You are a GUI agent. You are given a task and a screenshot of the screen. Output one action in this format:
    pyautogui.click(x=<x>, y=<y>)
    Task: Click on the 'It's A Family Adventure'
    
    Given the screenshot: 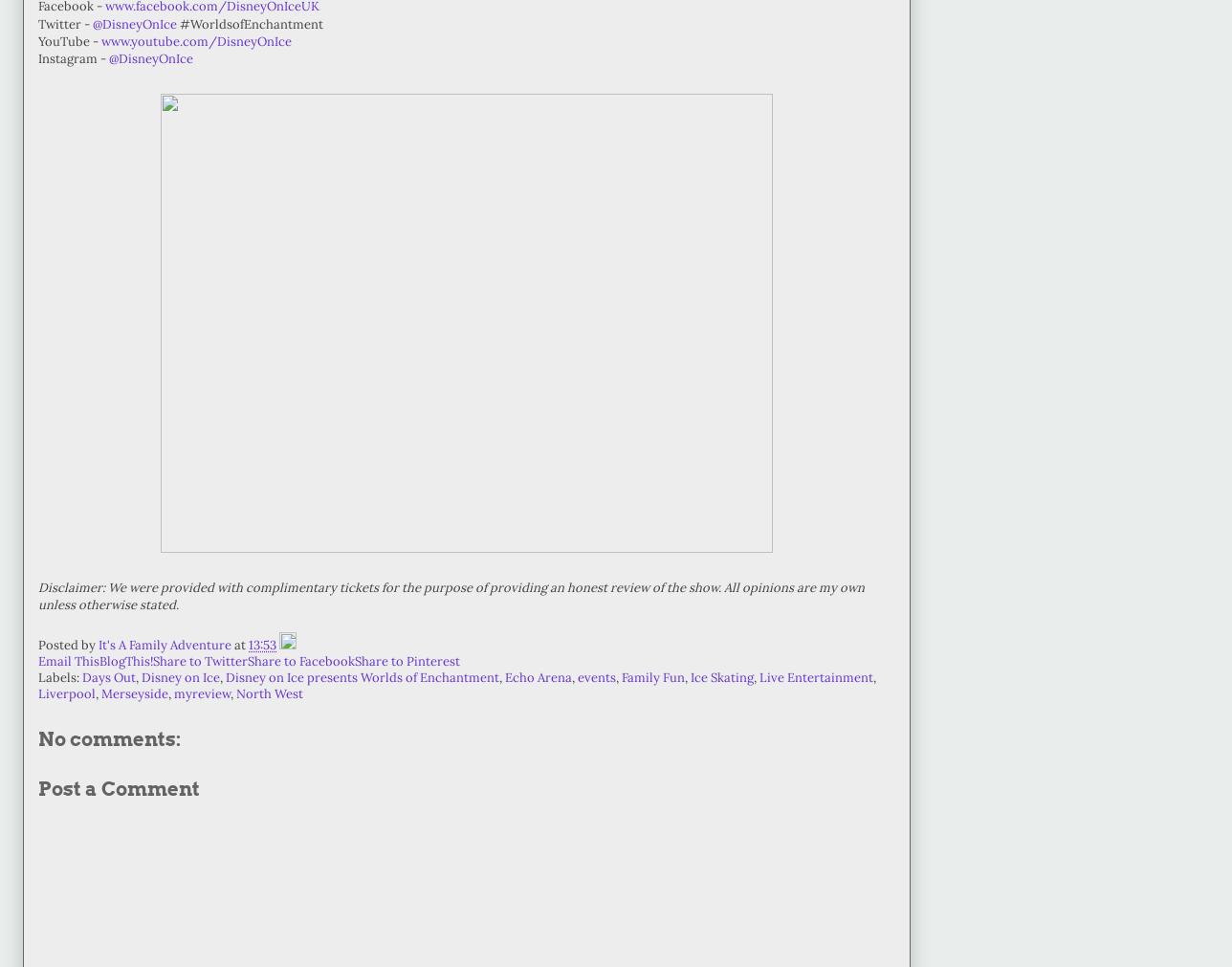 What is the action you would take?
    pyautogui.click(x=99, y=645)
    